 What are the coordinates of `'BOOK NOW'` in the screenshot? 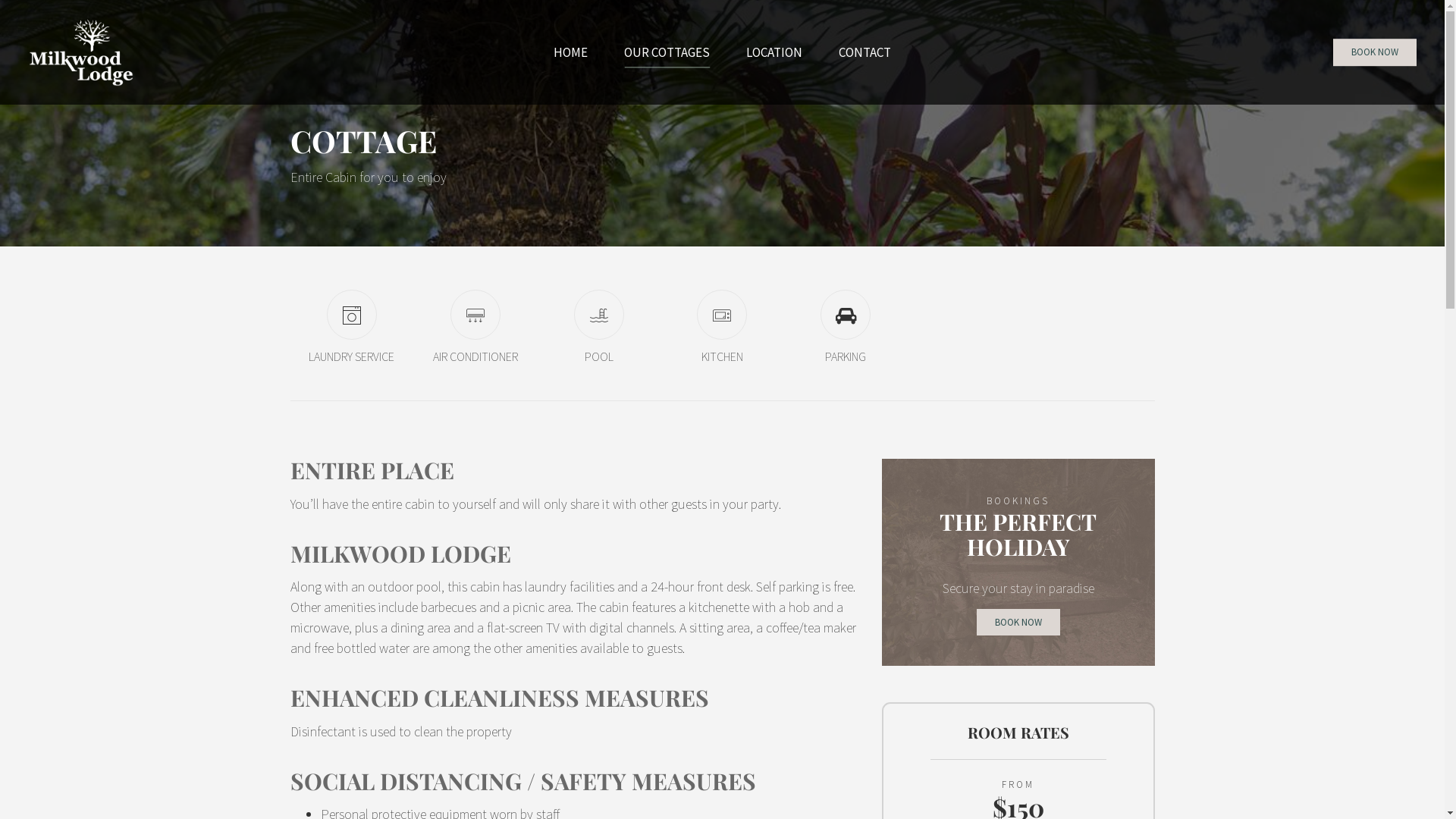 It's located at (1375, 52).